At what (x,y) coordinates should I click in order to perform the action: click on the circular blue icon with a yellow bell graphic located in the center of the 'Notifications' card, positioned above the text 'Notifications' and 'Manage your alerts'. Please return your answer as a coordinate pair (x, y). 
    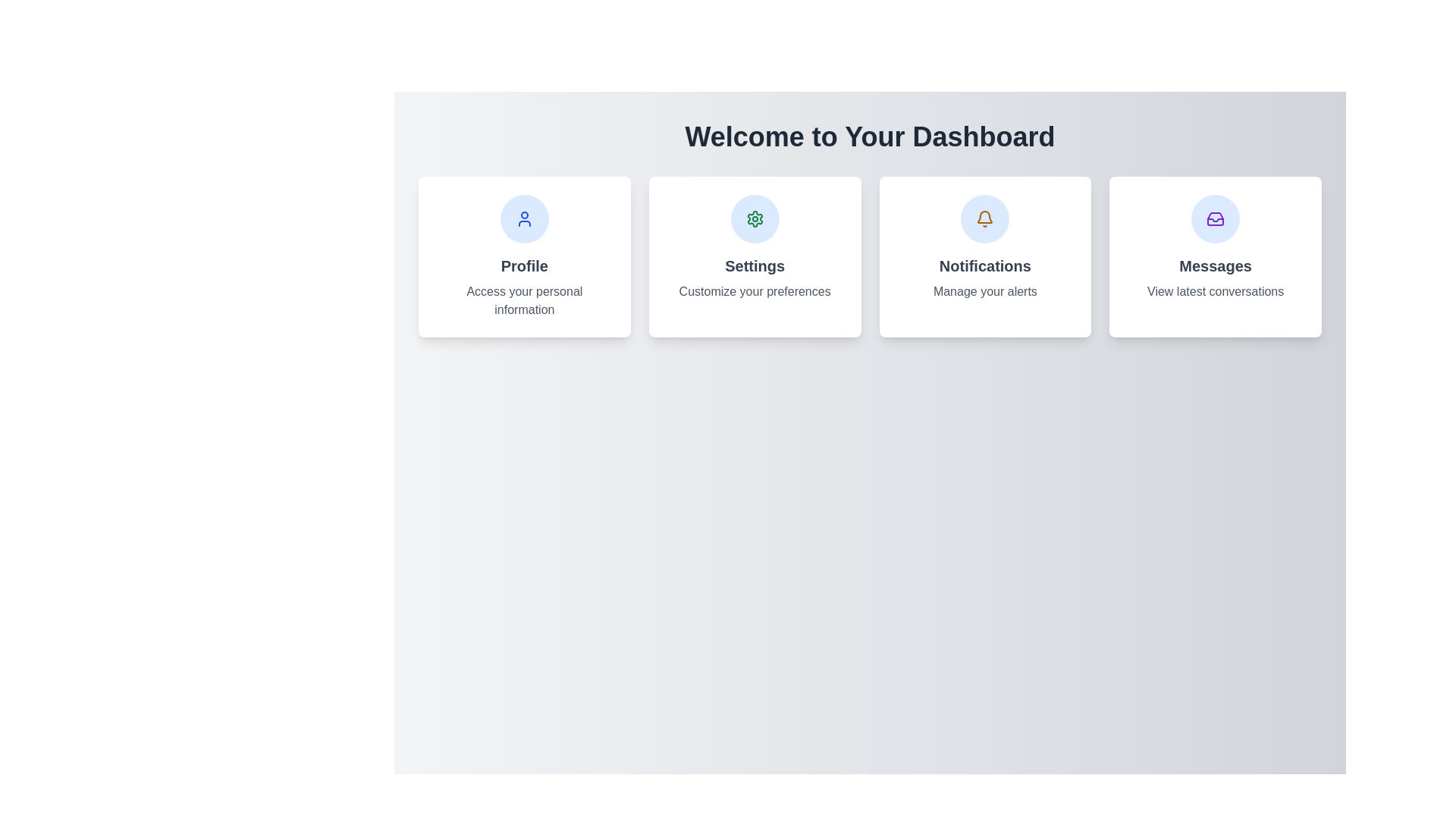
    Looking at the image, I should click on (985, 219).